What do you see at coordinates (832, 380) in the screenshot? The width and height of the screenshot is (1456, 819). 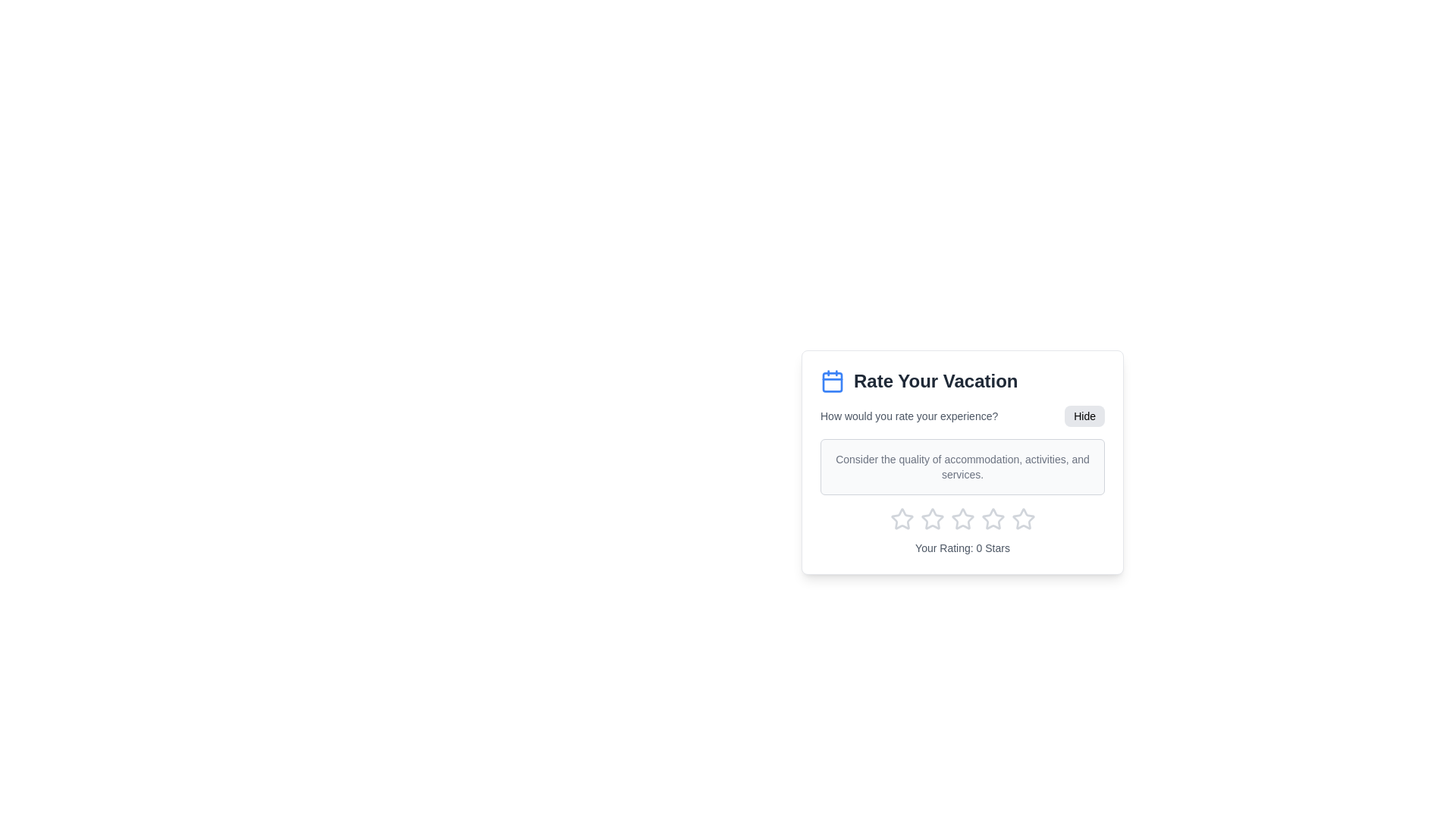 I see `the icon located at the top left of the 'Rate Your Vacation' section, which symbolizes scheduling or dates` at bounding box center [832, 380].